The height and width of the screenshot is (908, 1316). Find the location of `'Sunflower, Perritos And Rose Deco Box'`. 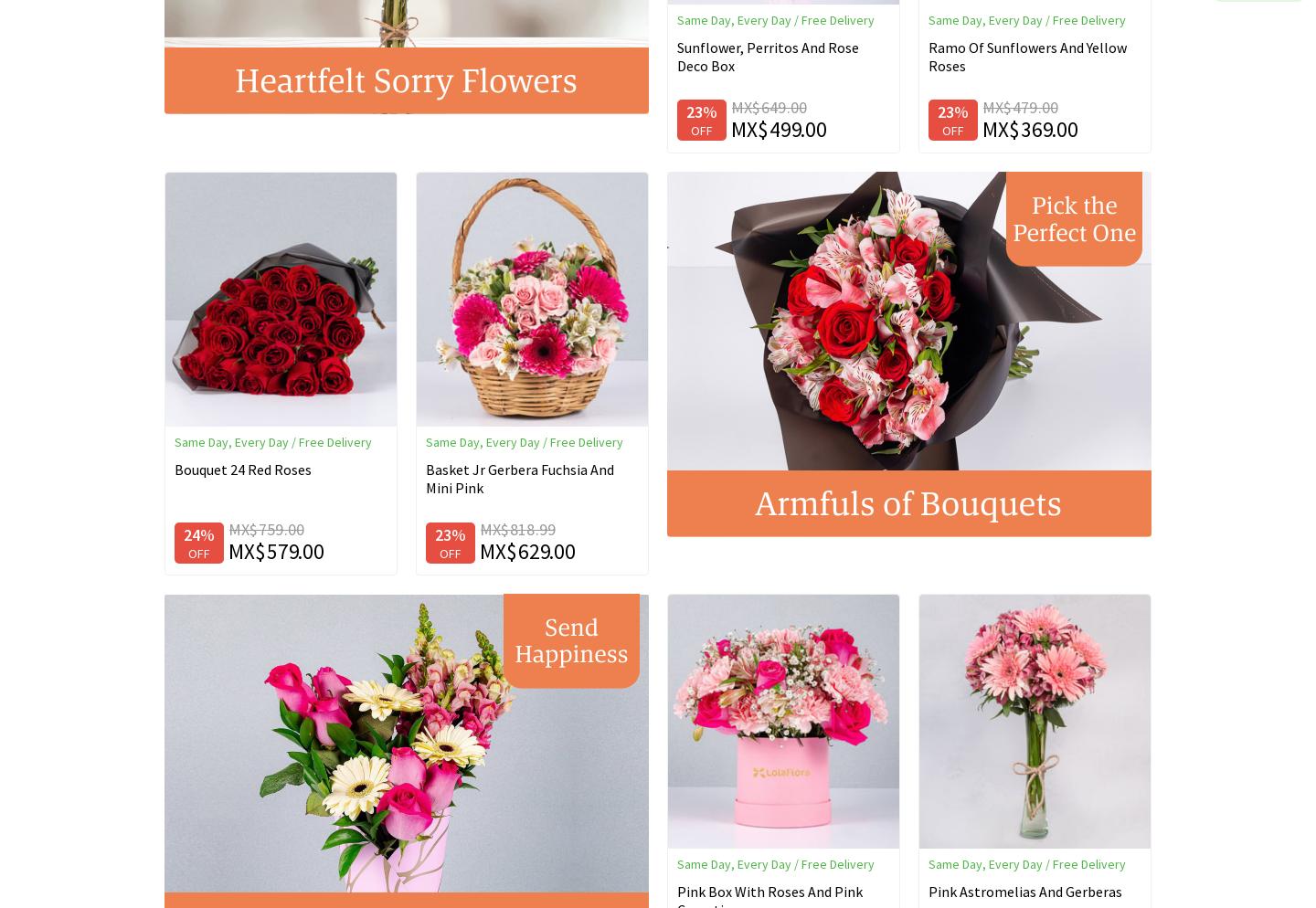

'Sunflower, Perritos And Rose Deco Box' is located at coordinates (768, 55).